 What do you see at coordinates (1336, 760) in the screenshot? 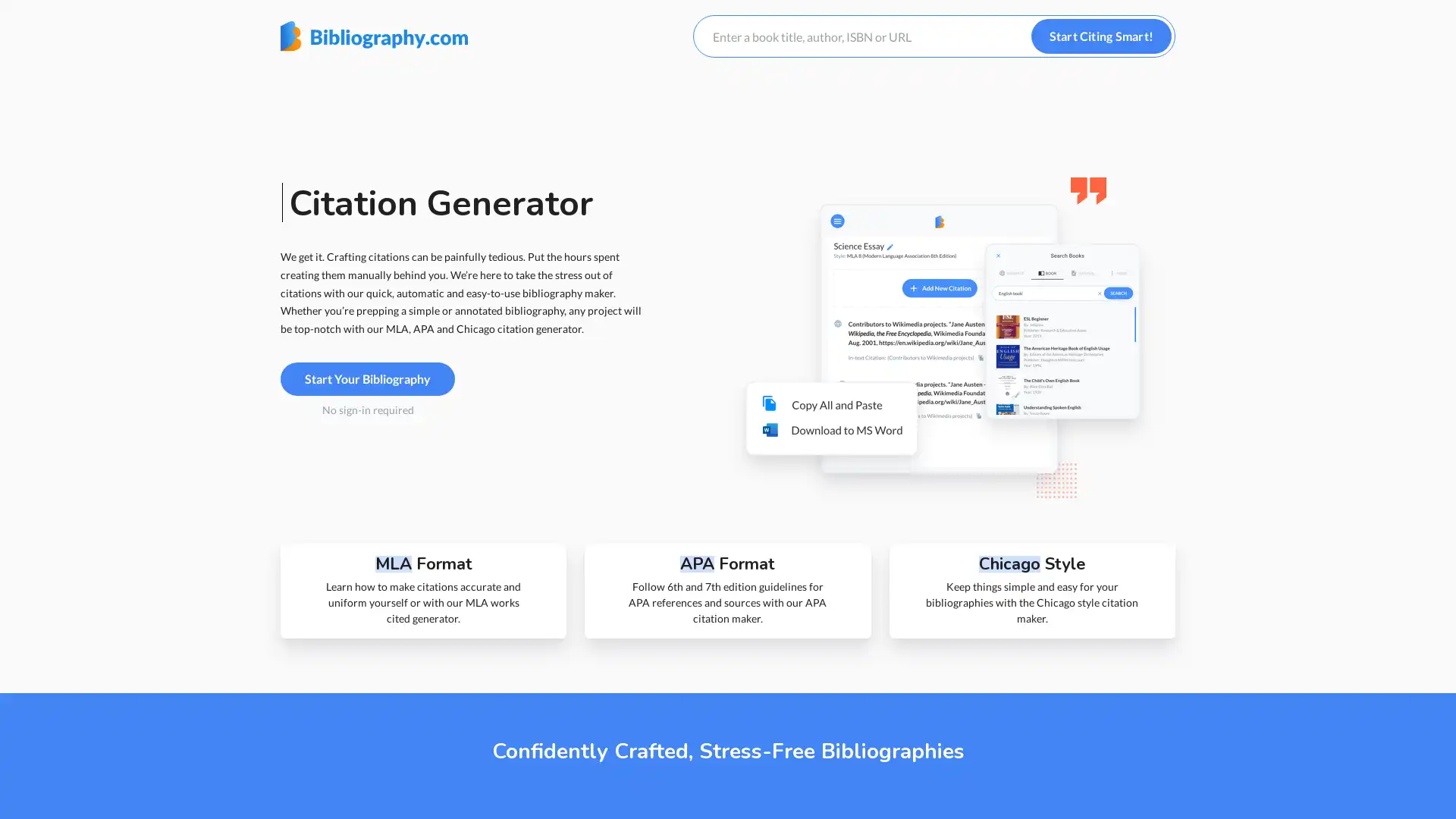
I see `I understand` at bounding box center [1336, 760].